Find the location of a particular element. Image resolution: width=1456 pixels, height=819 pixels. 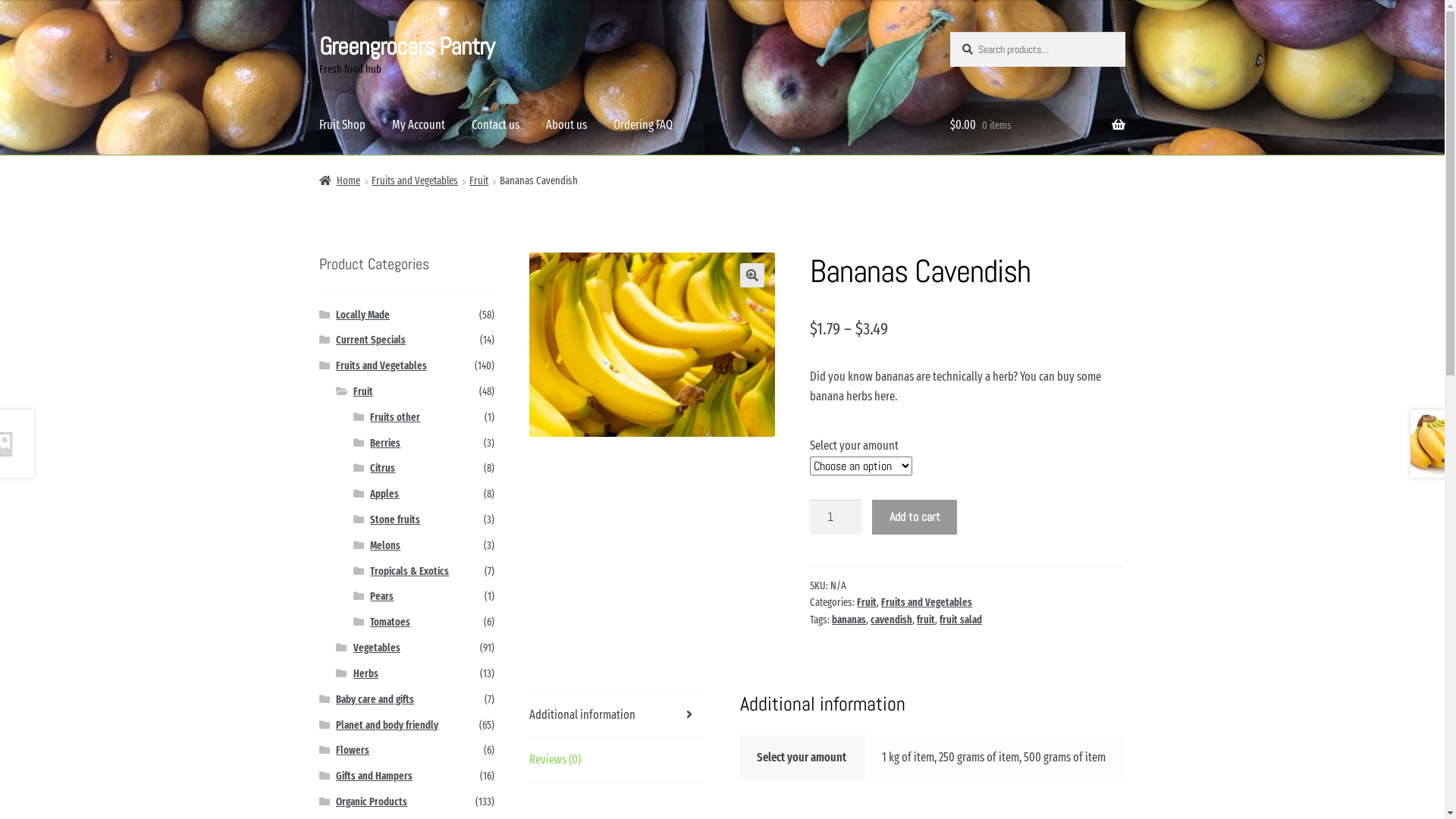

'My Account' is located at coordinates (419, 124).